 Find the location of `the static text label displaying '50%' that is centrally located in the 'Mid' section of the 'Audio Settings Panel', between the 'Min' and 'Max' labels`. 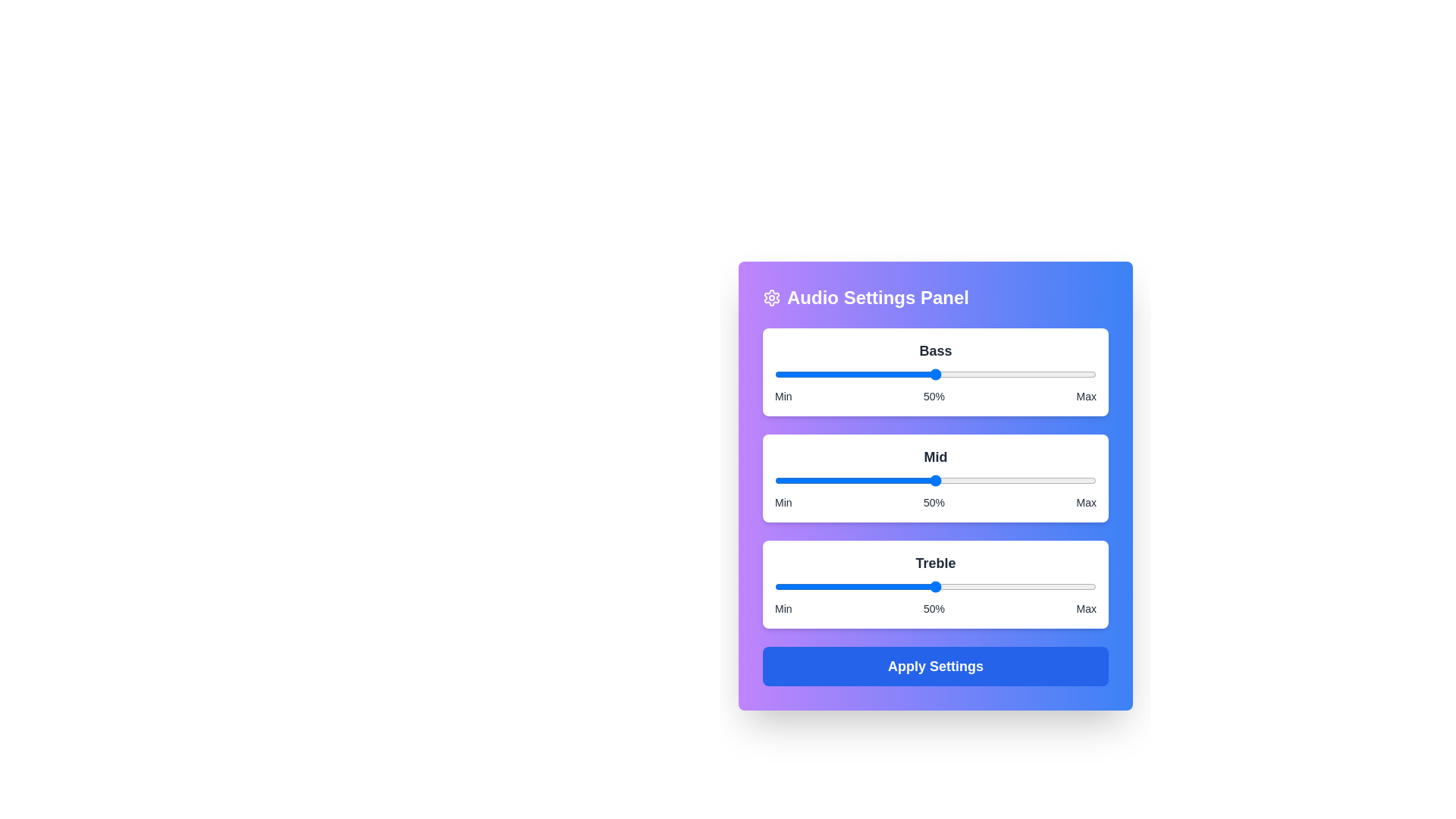

the static text label displaying '50%' that is centrally located in the 'Mid' section of the 'Audio Settings Panel', between the 'Min' and 'Max' labels is located at coordinates (934, 503).